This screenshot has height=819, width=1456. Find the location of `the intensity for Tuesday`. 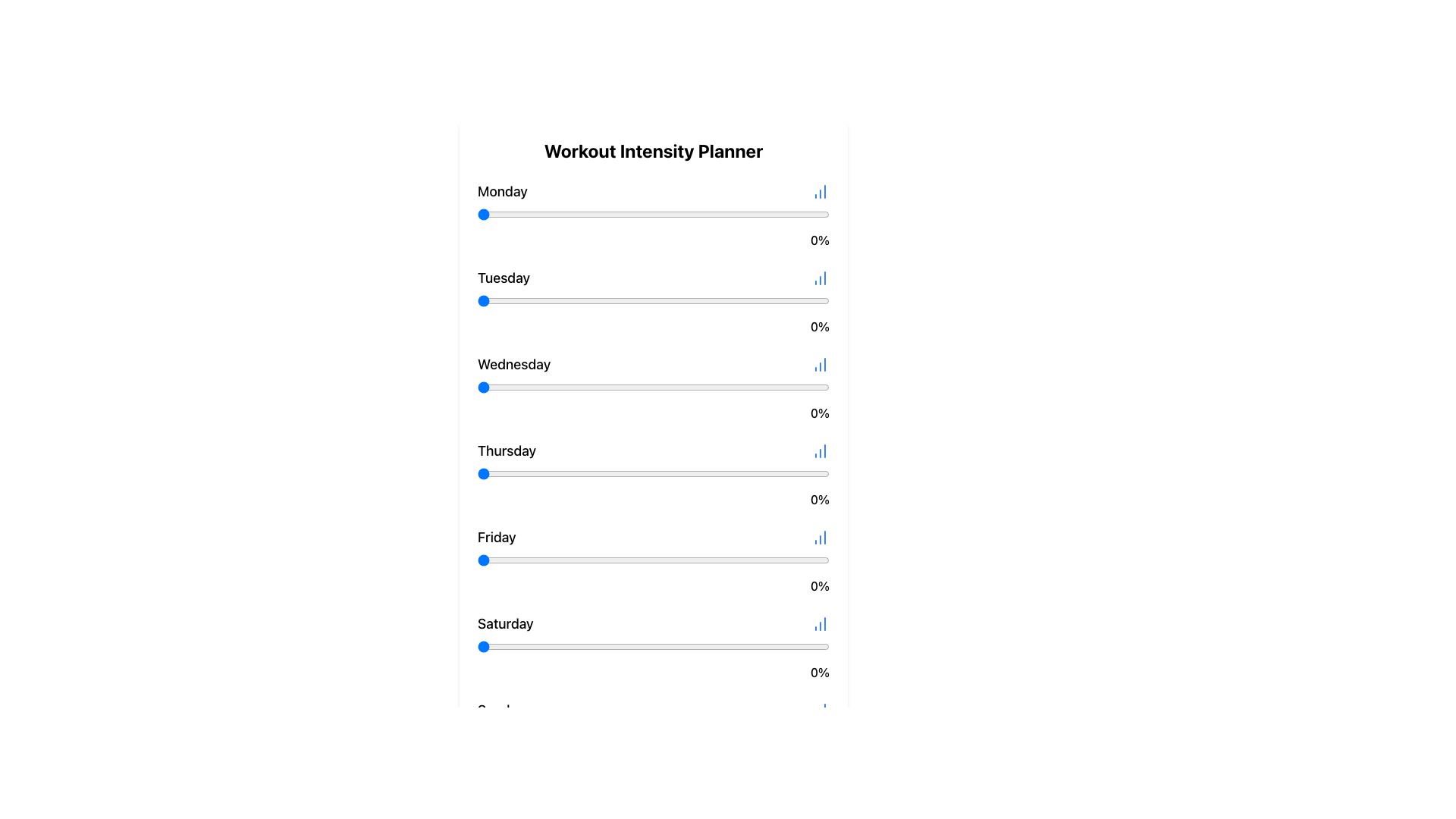

the intensity for Tuesday is located at coordinates (596, 301).